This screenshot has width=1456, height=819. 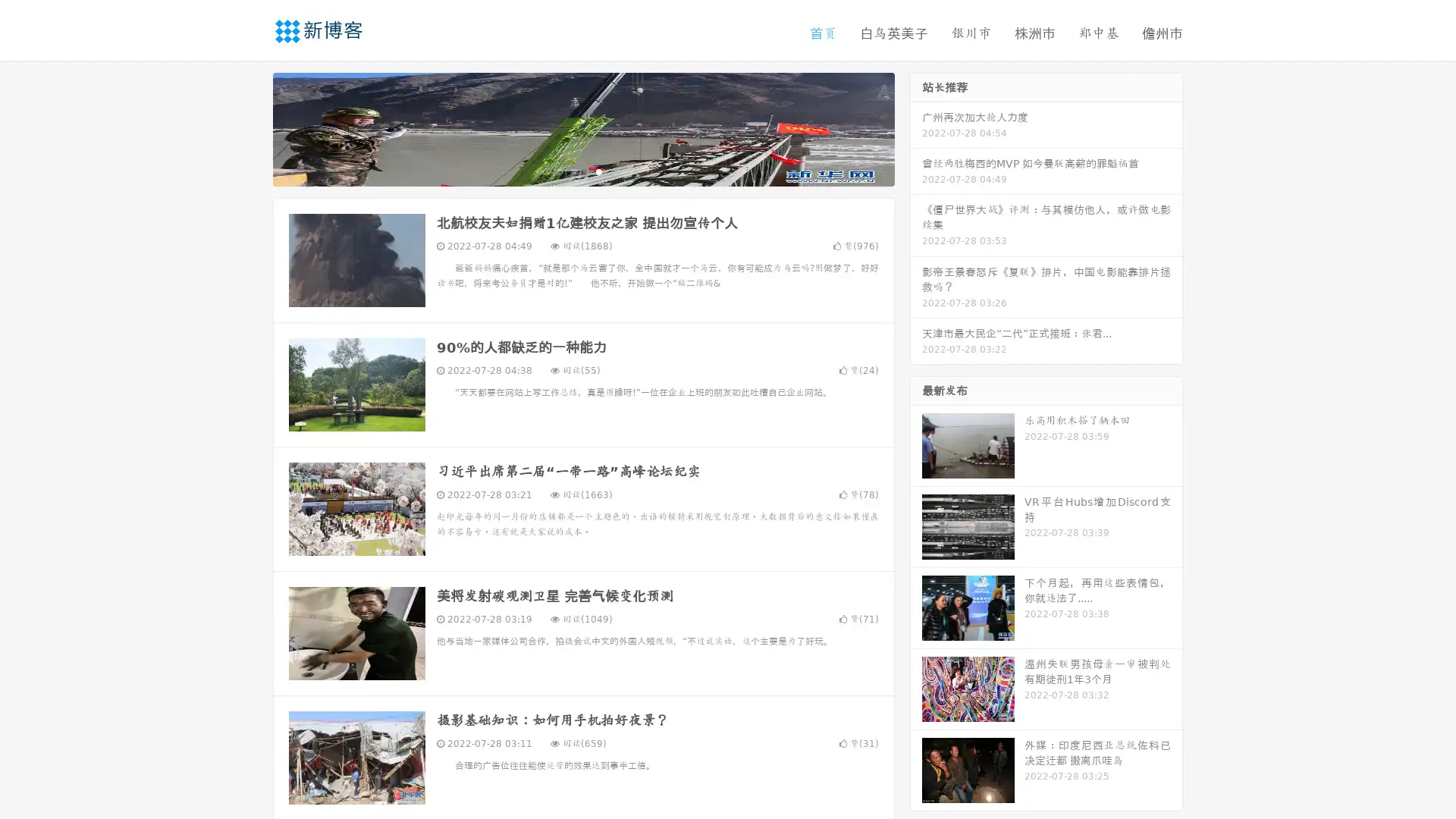 I want to click on Go to slide 3, so click(x=598, y=171).